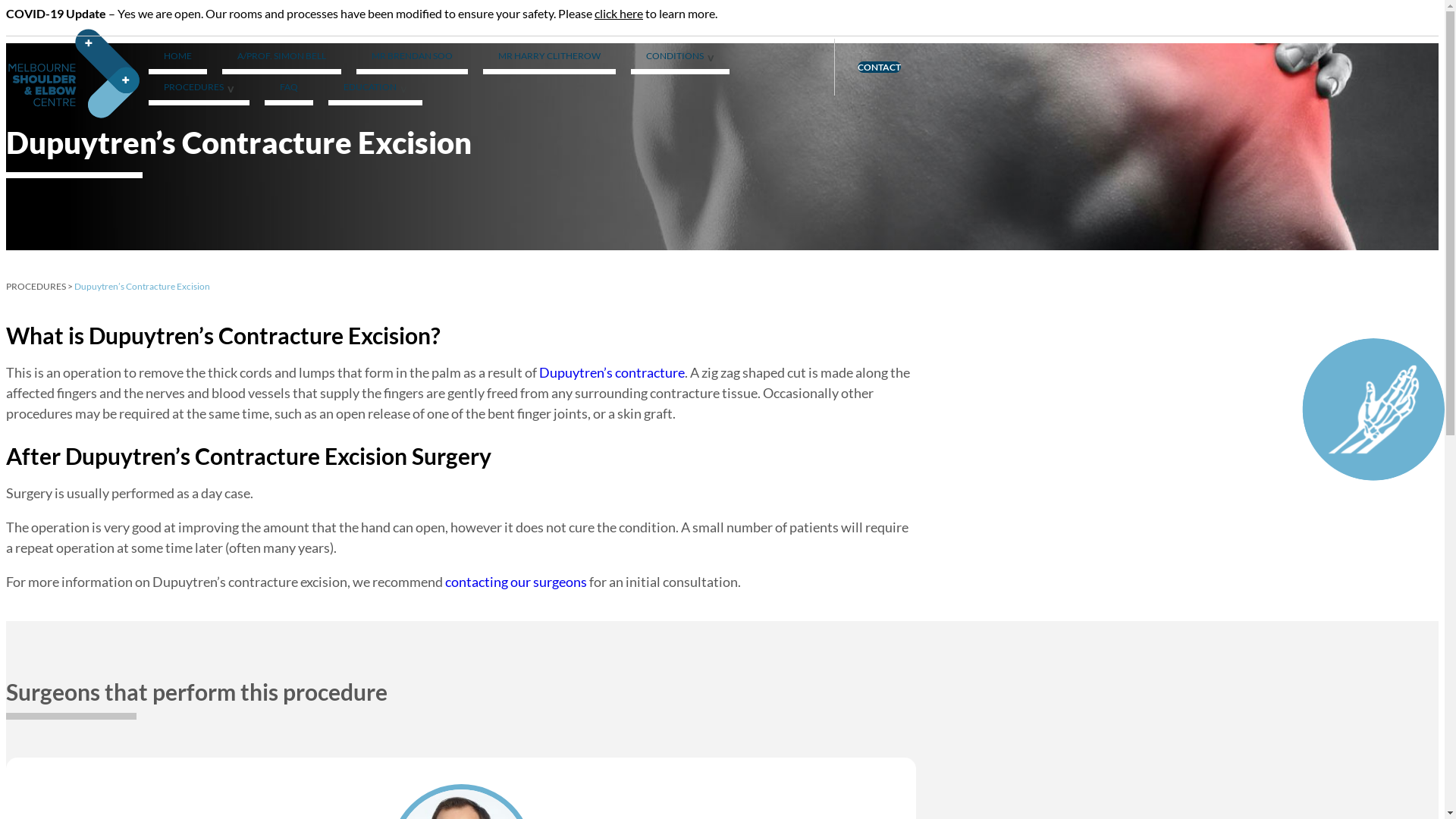 The height and width of the screenshot is (819, 1456). Describe the element at coordinates (375, 89) in the screenshot. I see `'EDUCATION'` at that location.